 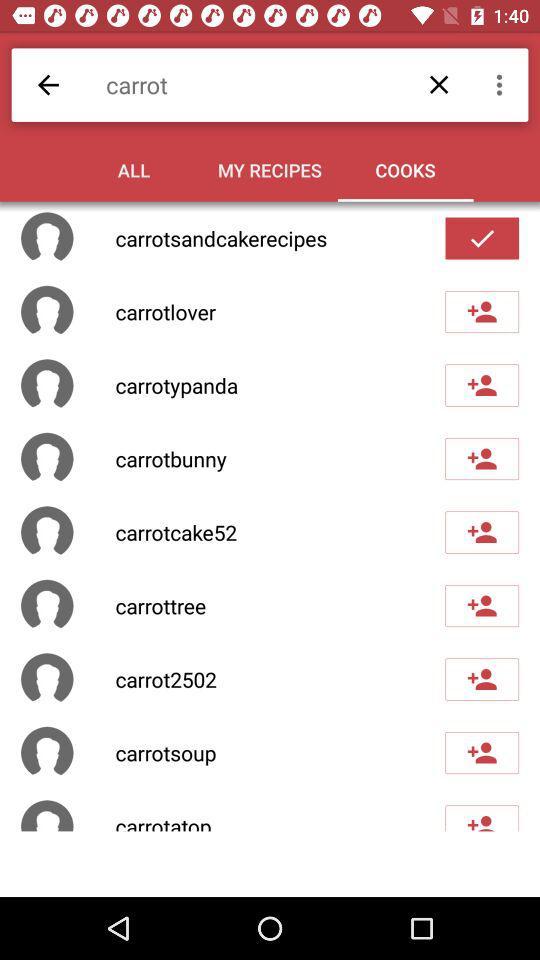 What do you see at coordinates (481, 312) in the screenshot?
I see `to list` at bounding box center [481, 312].